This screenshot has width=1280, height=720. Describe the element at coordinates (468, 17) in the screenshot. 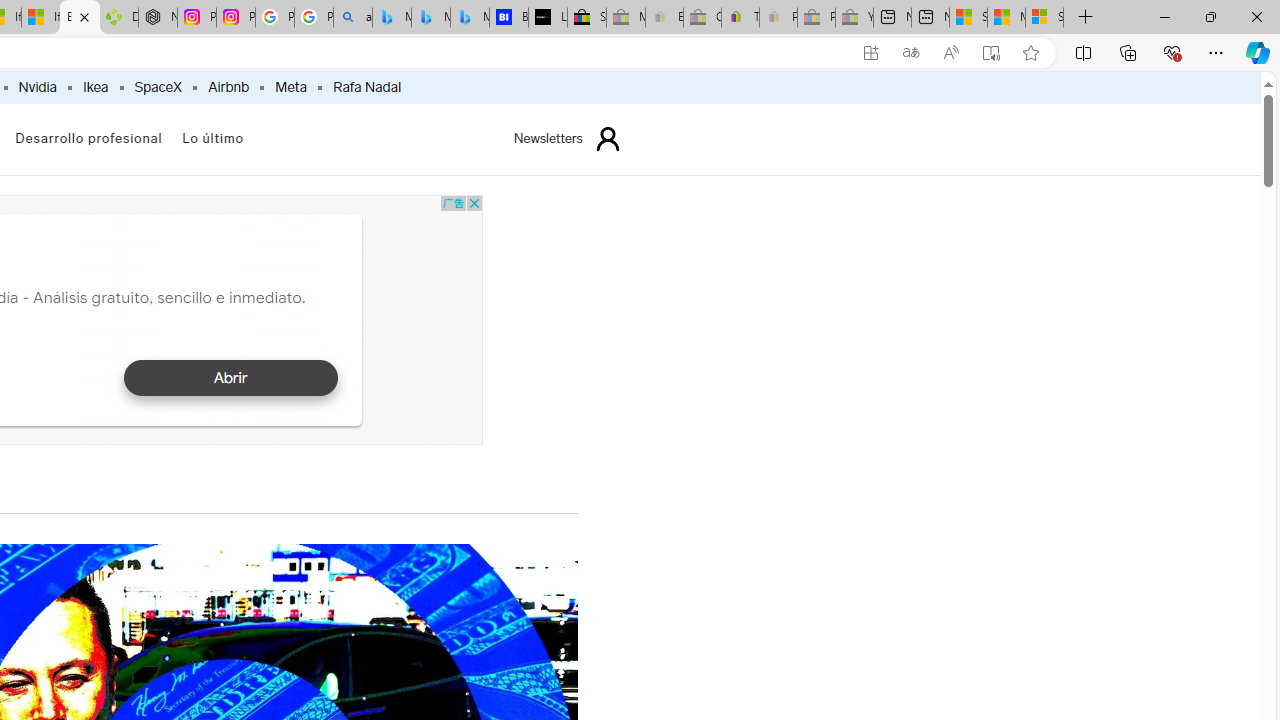

I see `'Microsoft Bing Travel - Shangri-La Hotel Bangkok'` at that location.